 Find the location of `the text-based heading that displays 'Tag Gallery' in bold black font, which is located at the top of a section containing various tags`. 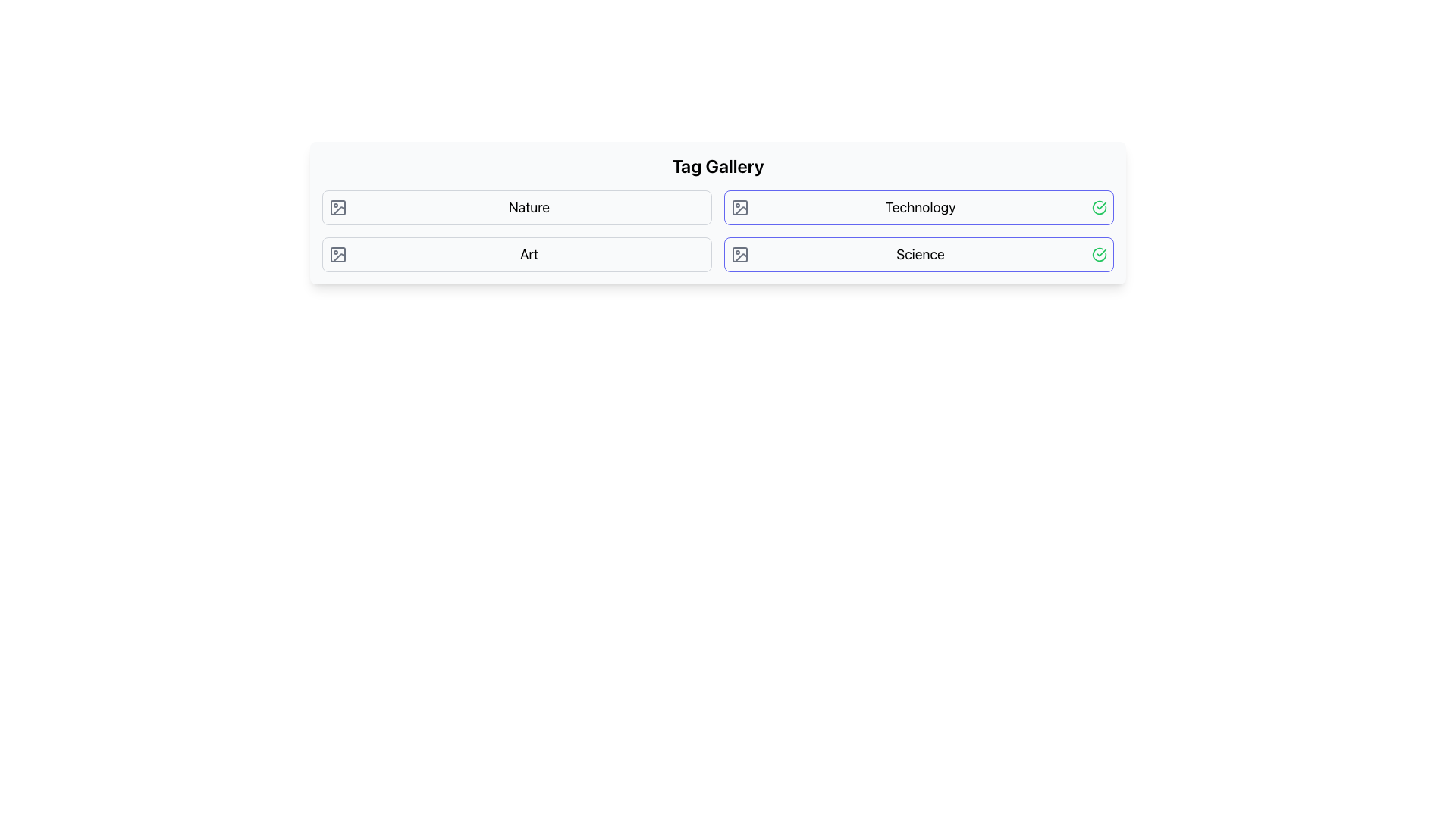

the text-based heading that displays 'Tag Gallery' in bold black font, which is located at the top of a section containing various tags is located at coordinates (717, 166).